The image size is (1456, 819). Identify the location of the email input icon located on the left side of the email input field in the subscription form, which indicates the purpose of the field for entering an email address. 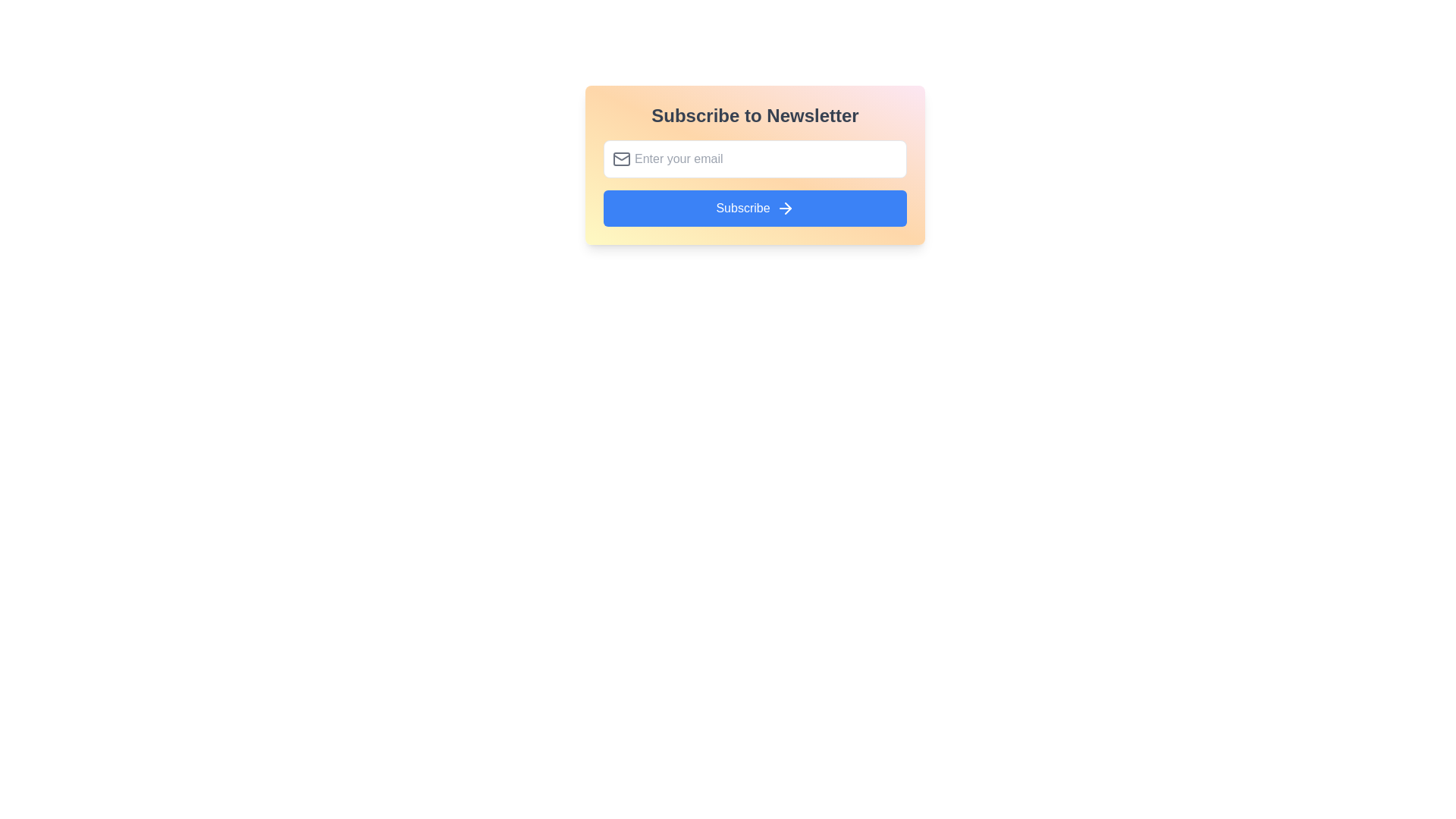
(622, 158).